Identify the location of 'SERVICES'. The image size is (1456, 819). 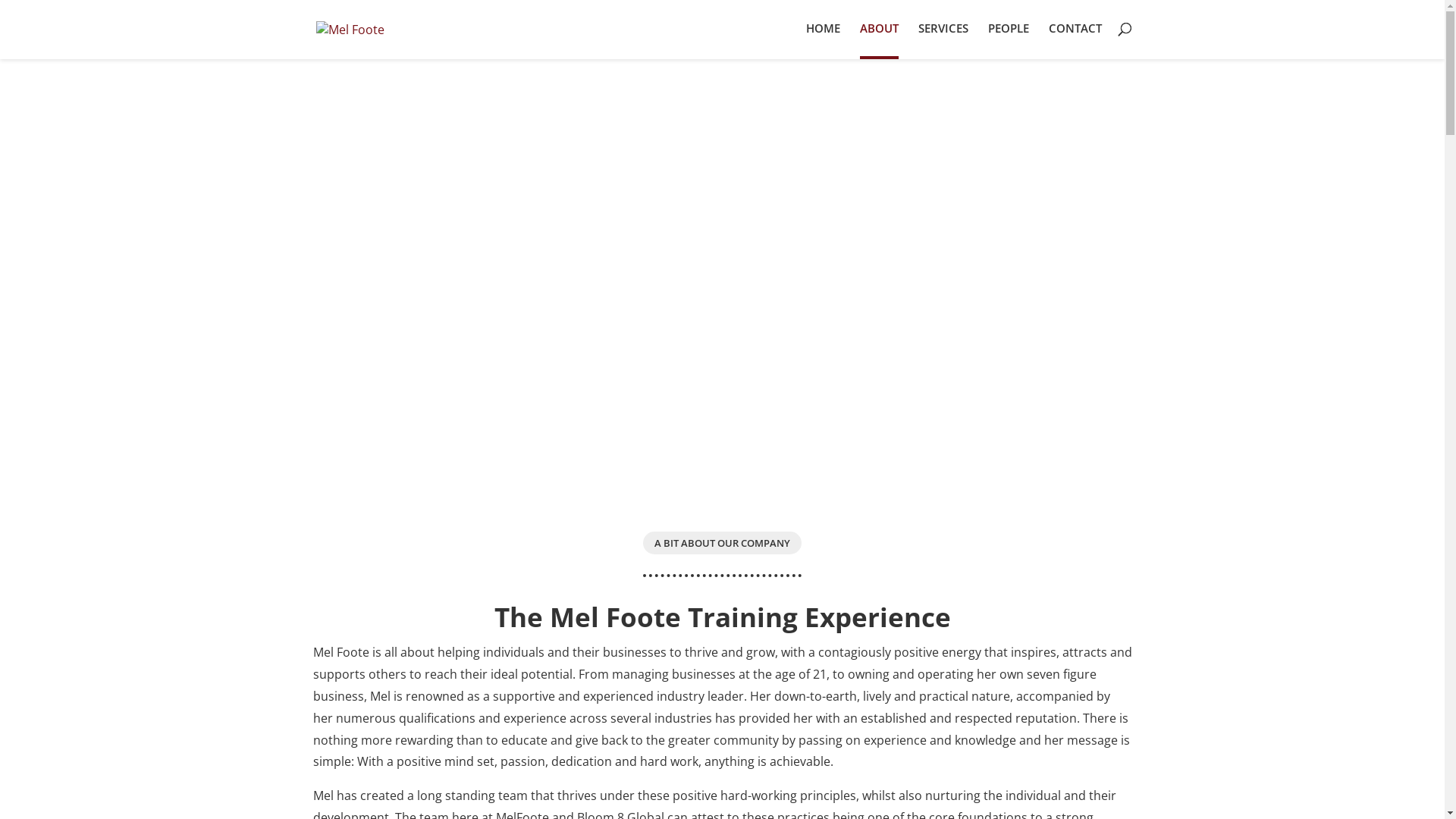
(916, 38).